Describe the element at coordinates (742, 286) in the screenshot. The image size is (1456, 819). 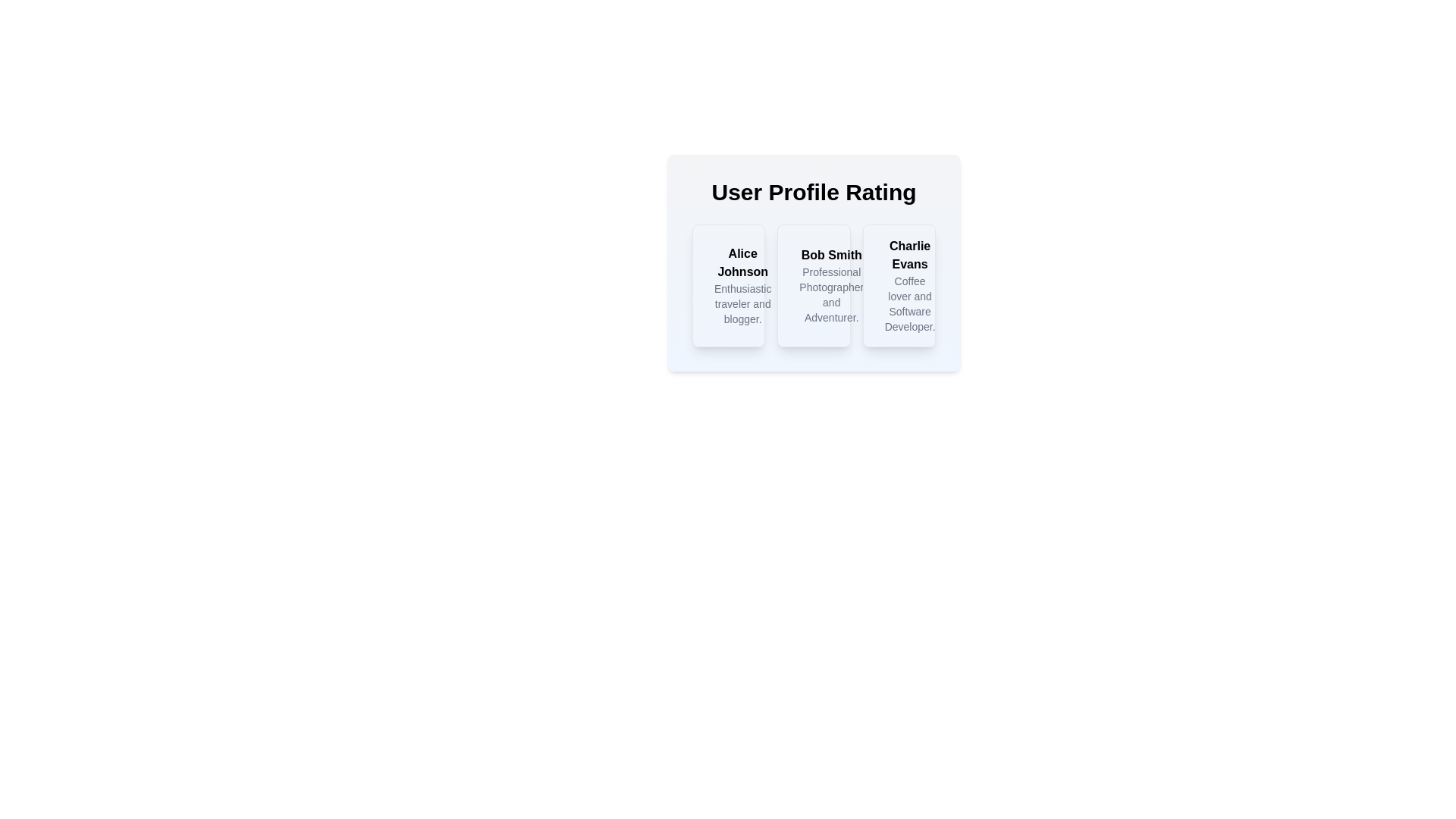
I see `the first profile card in the center column of the interface to focus or select the profile` at that location.